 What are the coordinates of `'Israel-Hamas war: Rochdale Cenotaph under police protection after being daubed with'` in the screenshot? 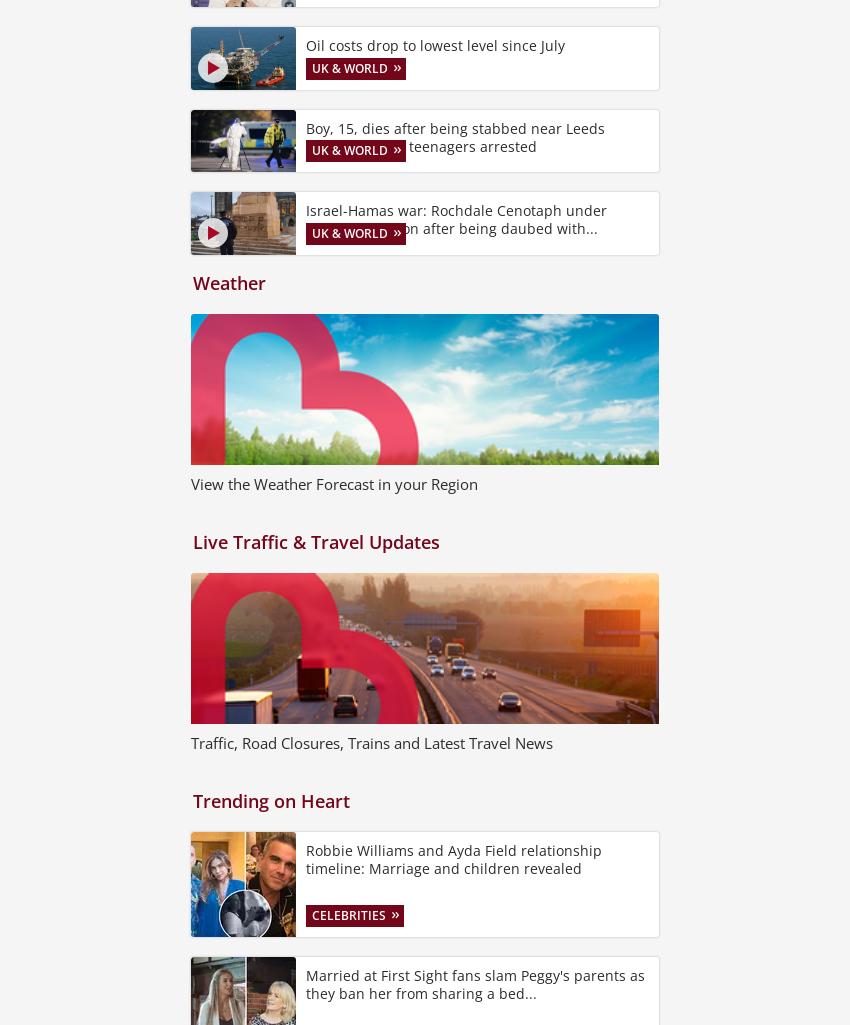 It's located at (455, 219).